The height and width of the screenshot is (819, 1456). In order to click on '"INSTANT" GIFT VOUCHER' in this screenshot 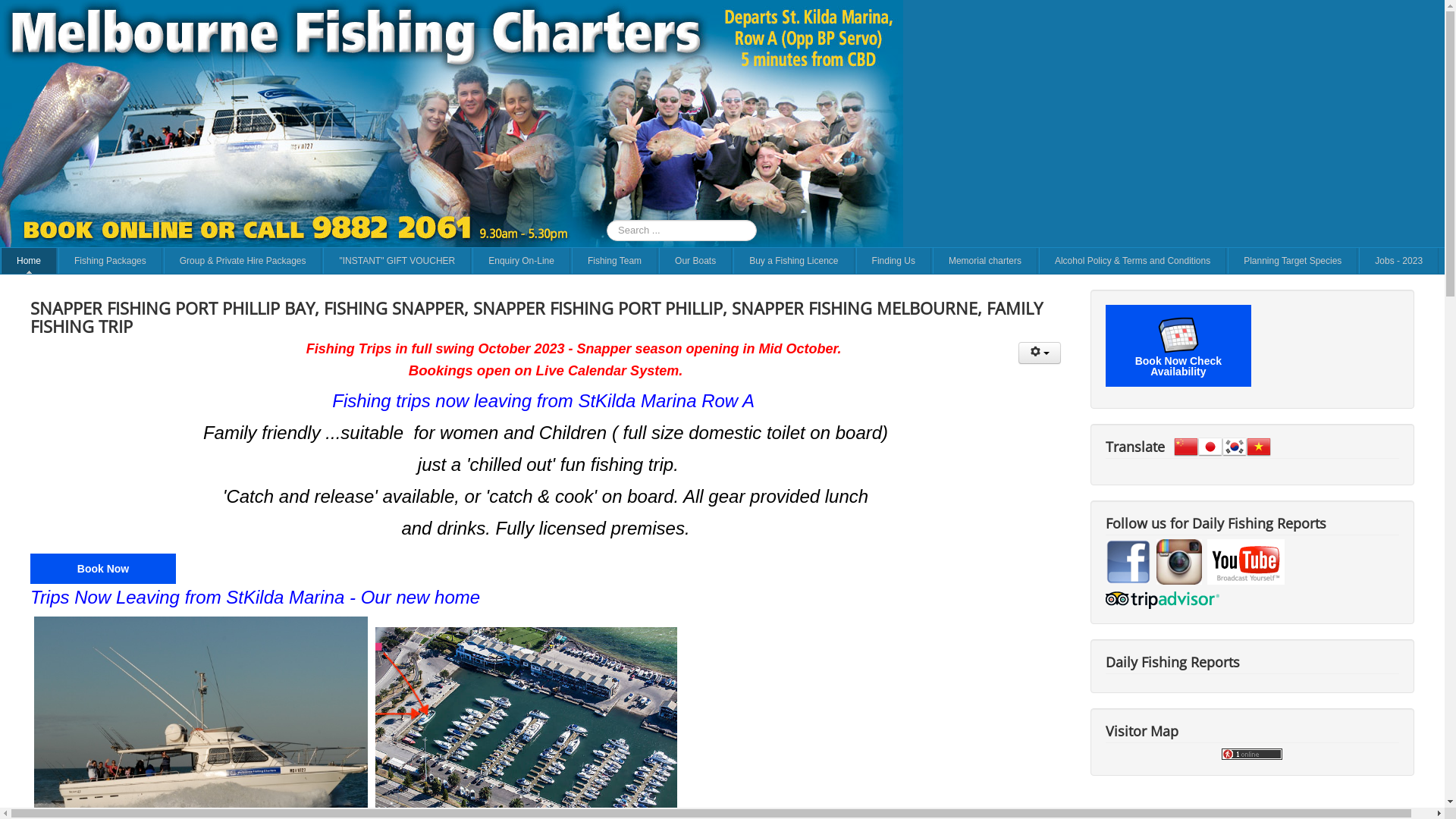, I will do `click(397, 259)`.